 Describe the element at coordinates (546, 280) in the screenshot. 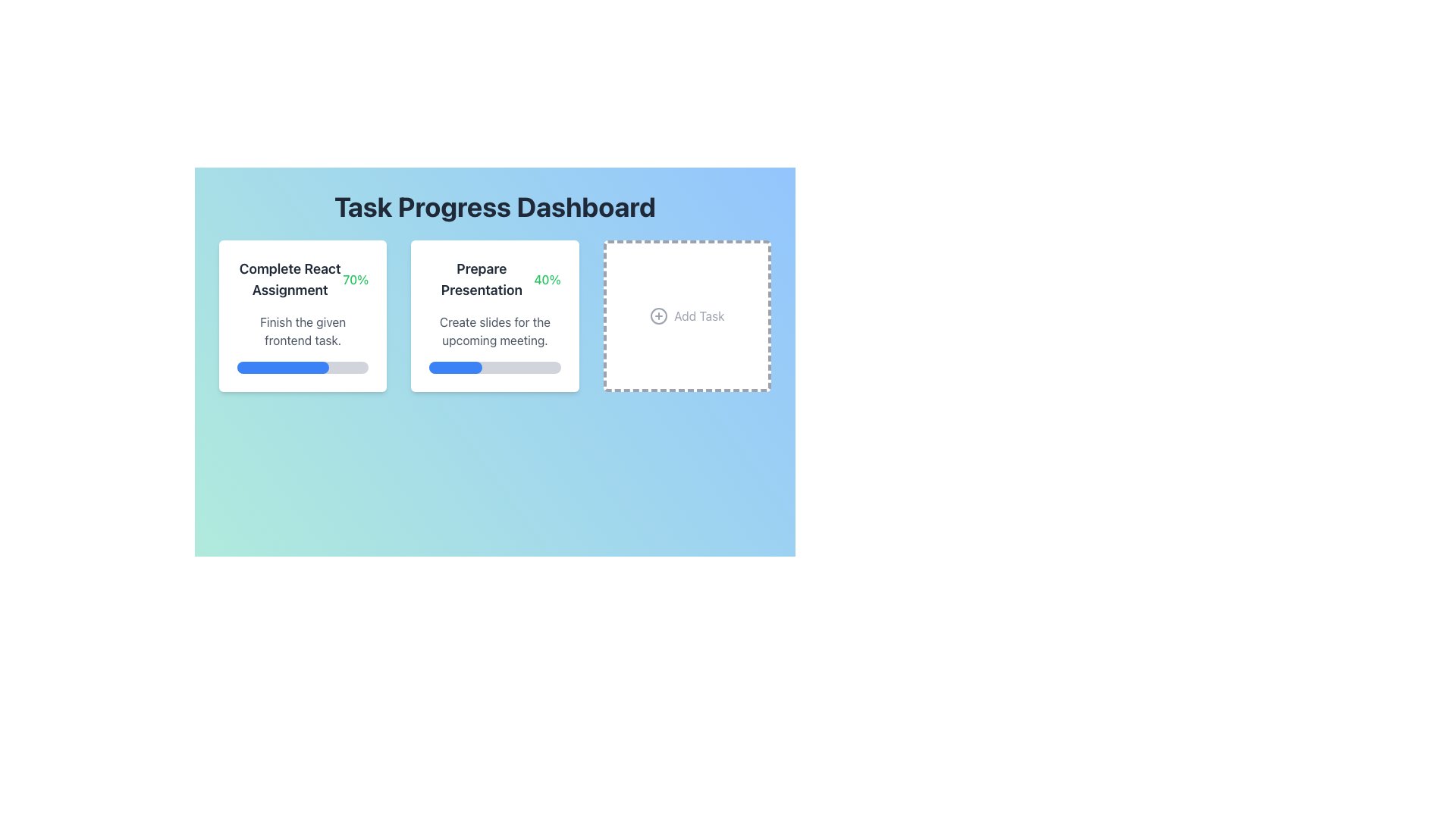

I see `the text label displaying '40%' in green color, which is positioned to the right of the 'Prepare Presentation' title within the second card of the task progress dashboard` at that location.